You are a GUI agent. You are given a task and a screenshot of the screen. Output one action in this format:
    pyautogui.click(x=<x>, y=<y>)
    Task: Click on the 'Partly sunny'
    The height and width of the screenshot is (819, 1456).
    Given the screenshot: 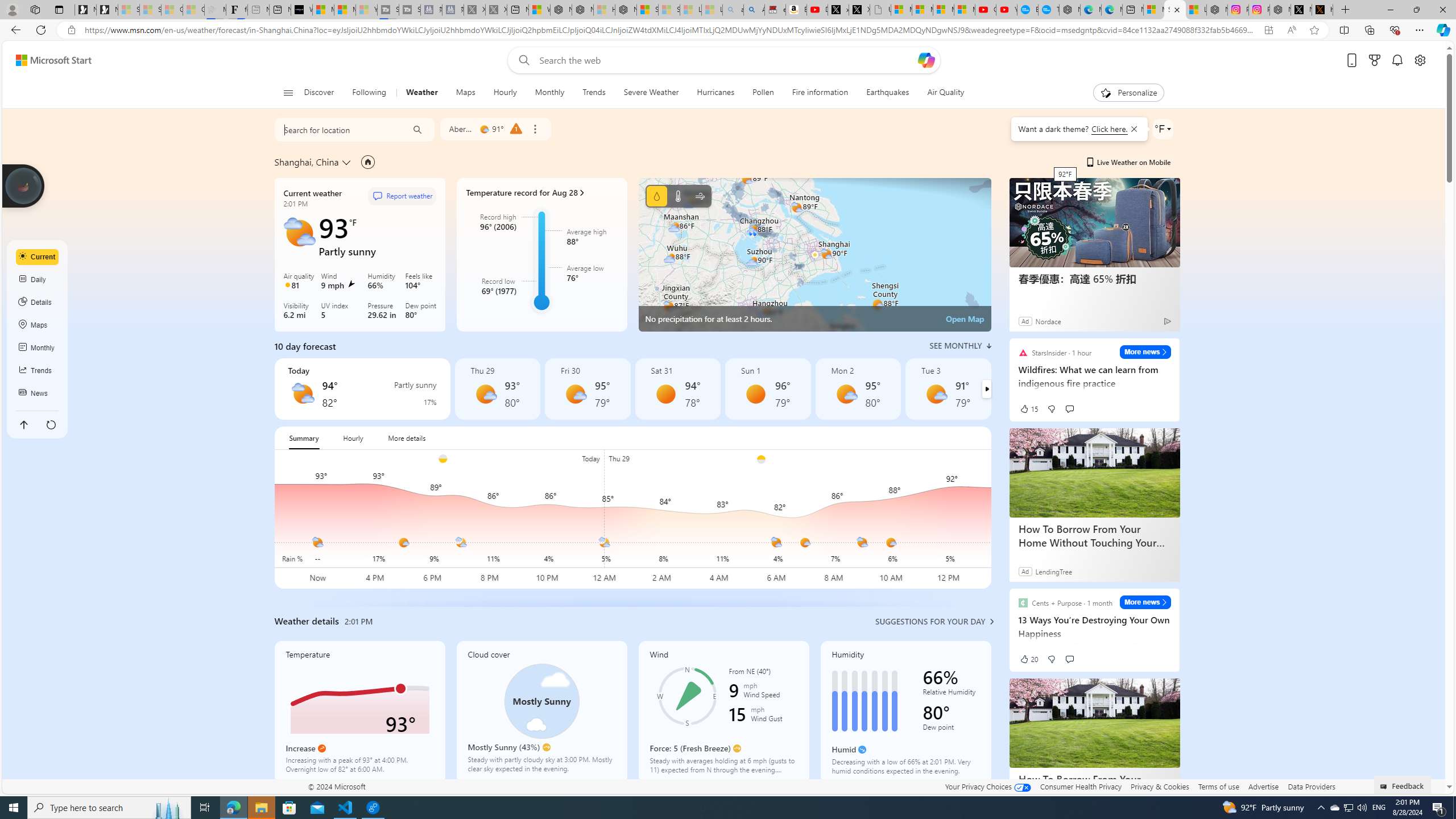 What is the action you would take?
    pyautogui.click(x=302, y=394)
    